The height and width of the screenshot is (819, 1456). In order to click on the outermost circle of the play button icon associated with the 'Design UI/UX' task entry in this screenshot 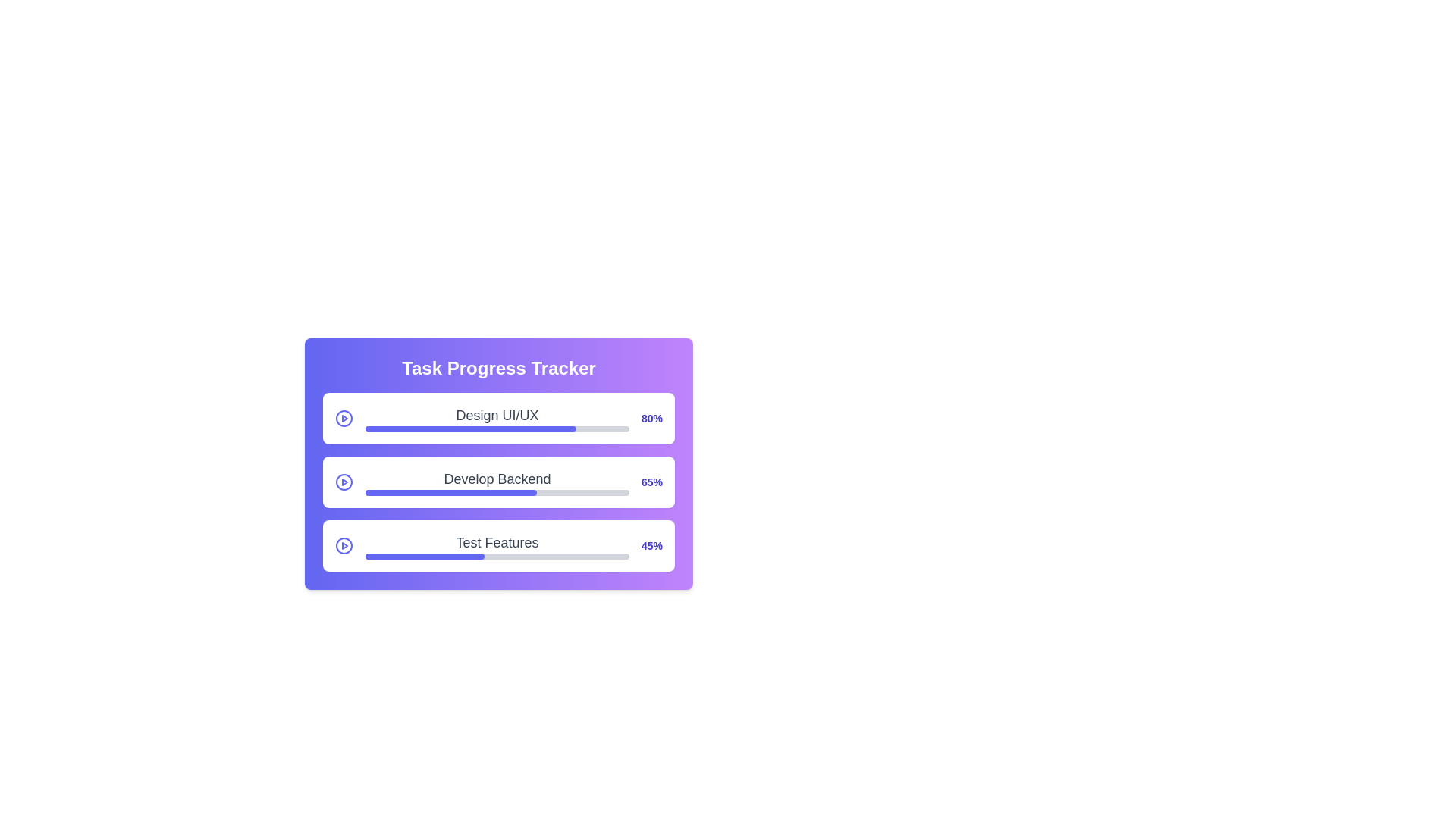, I will do `click(344, 418)`.